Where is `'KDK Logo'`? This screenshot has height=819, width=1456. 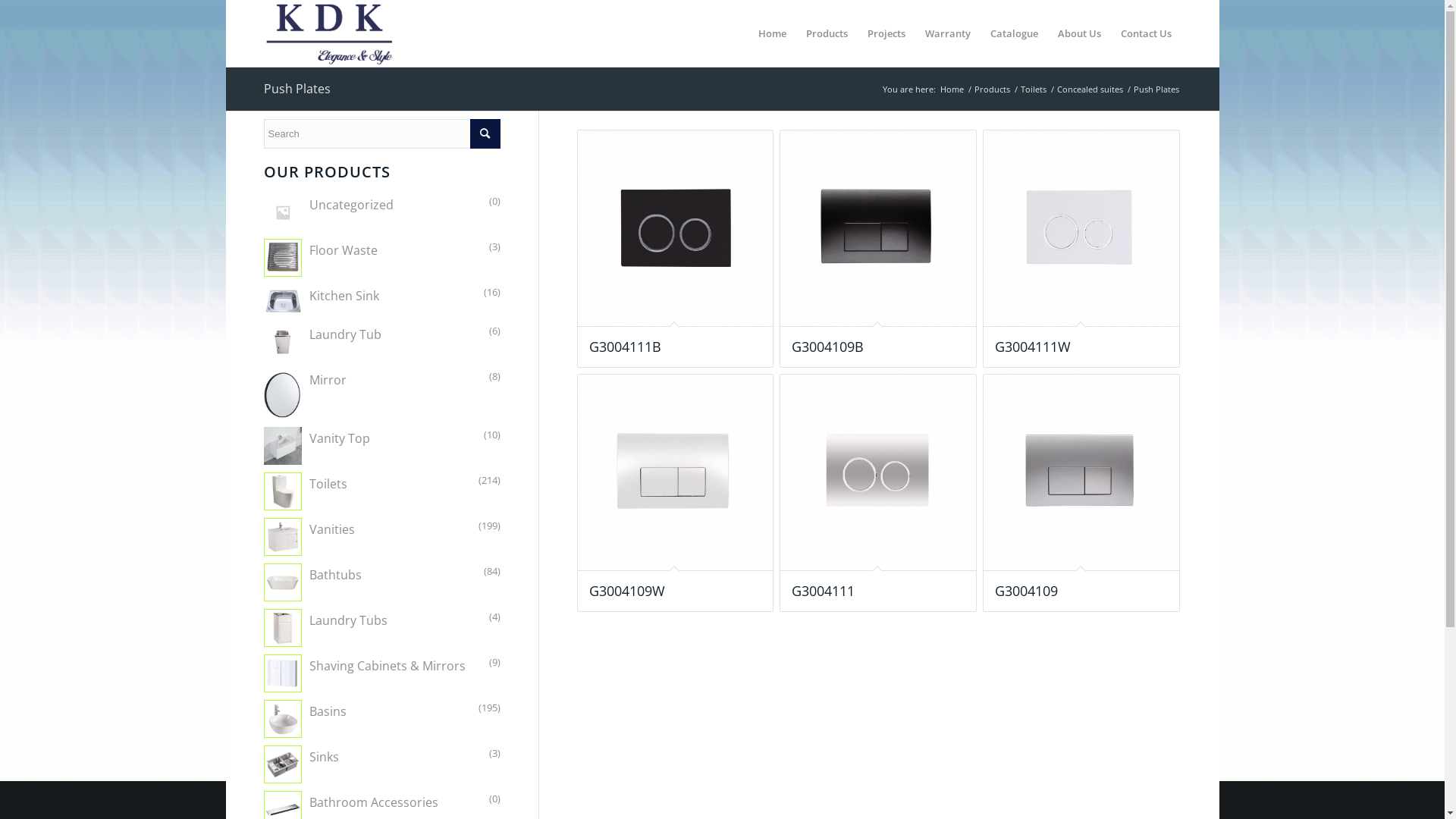
'KDK Logo' is located at coordinates (329, 33).